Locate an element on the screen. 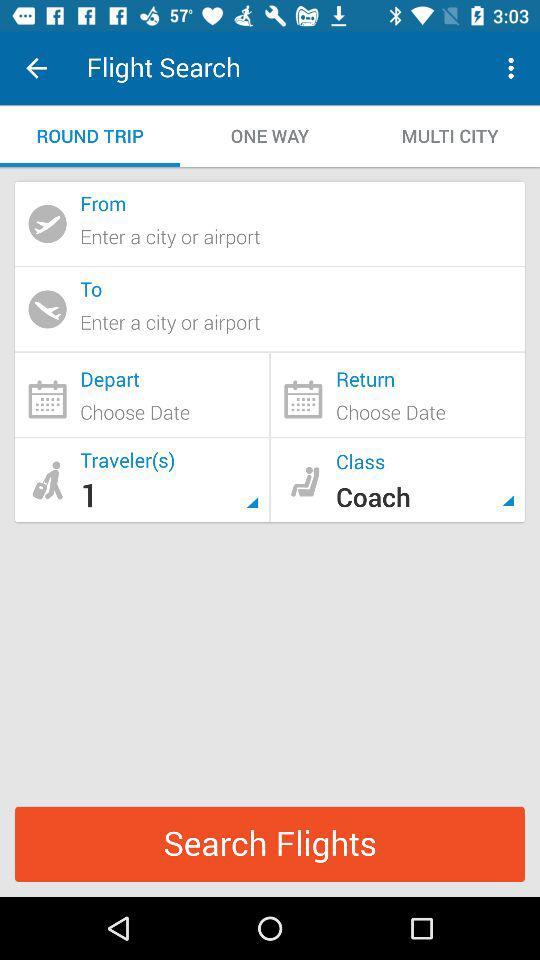 The image size is (540, 960). the icon flight left to from is located at coordinates (47, 223).